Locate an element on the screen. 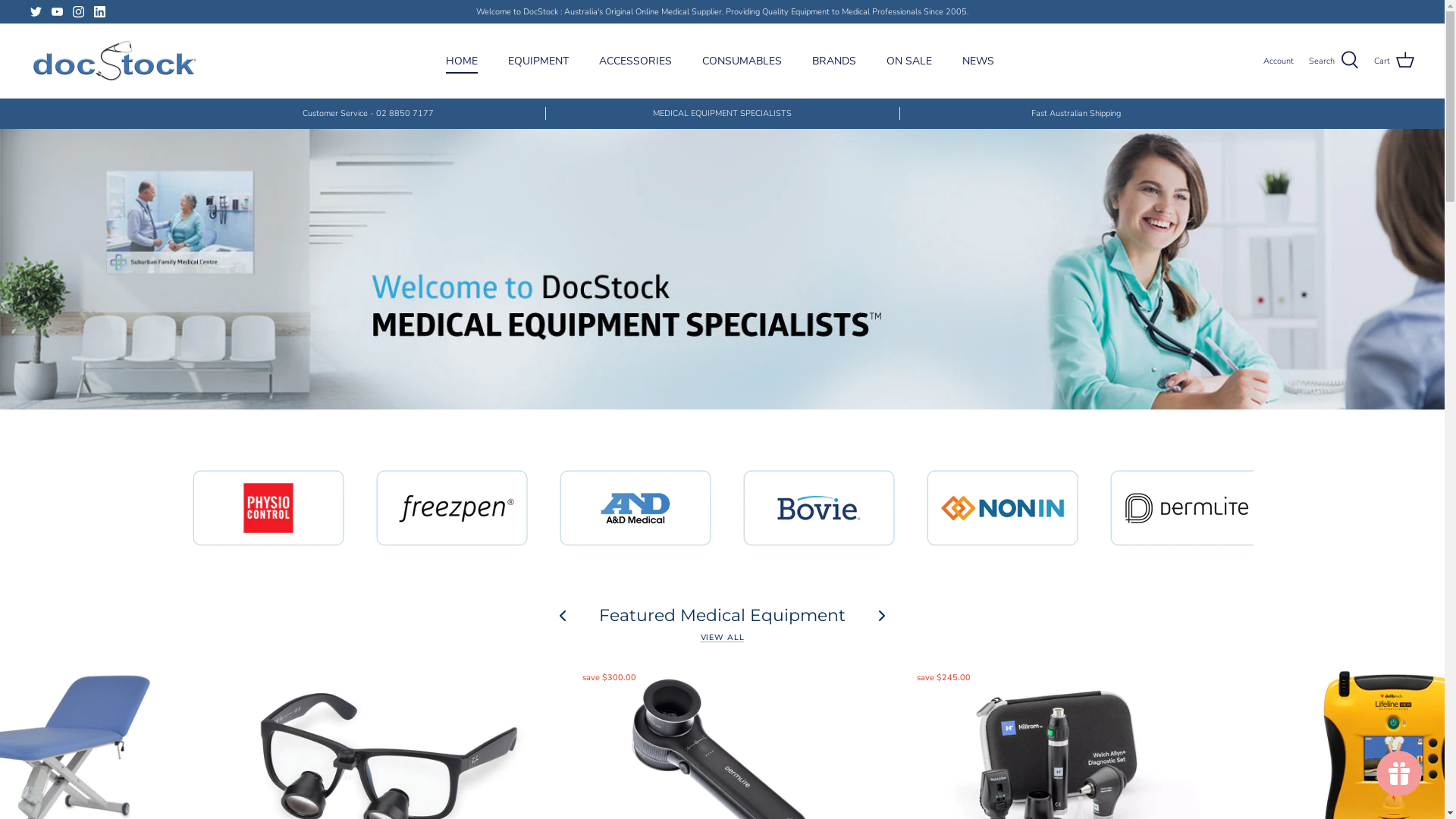  'HOME' is located at coordinates (461, 60).